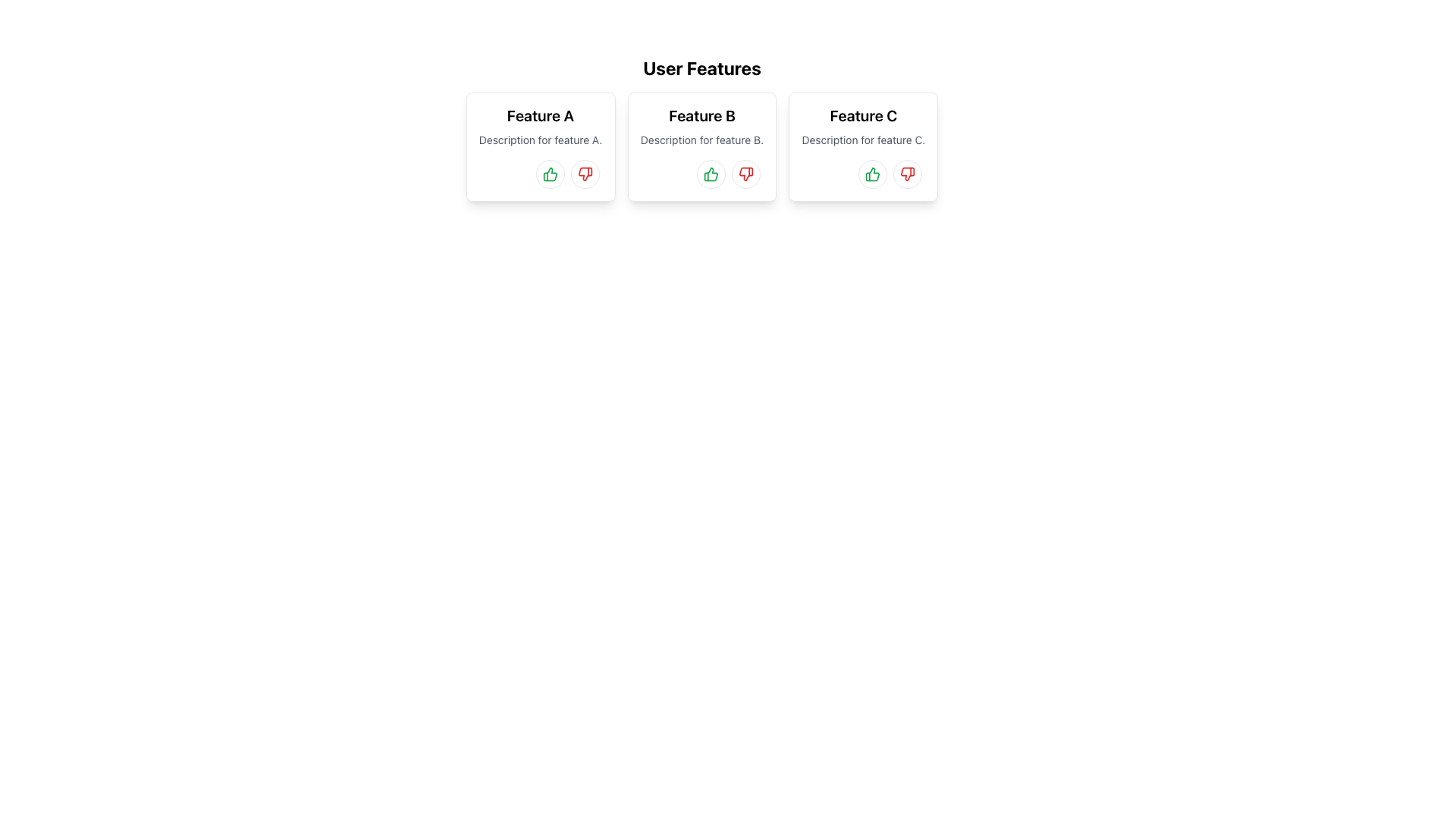  What do you see at coordinates (584, 174) in the screenshot?
I see `the circular button with a red thumbs-down icon located at the bottom of the card for 'Feature A'` at bounding box center [584, 174].